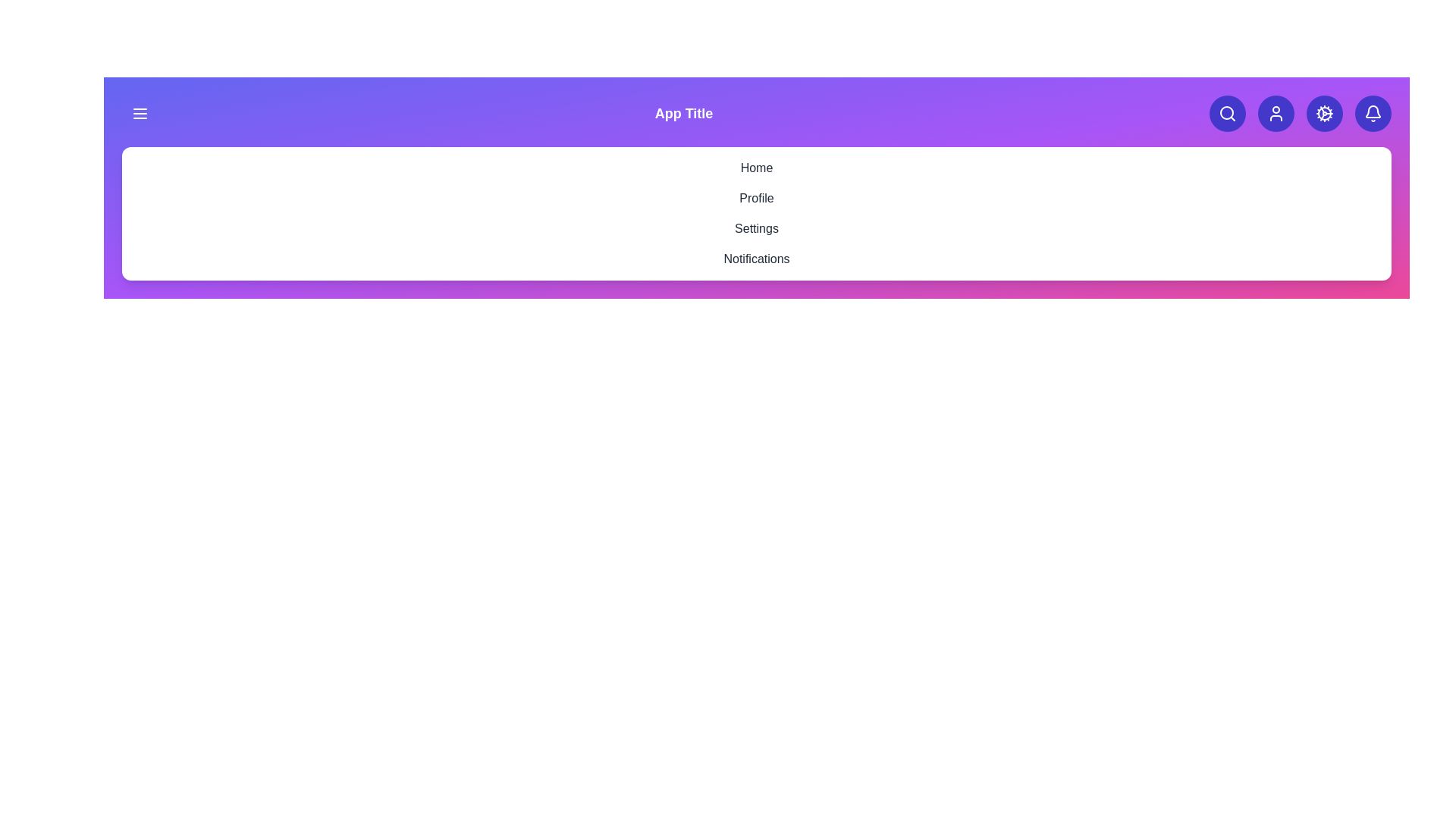  Describe the element at coordinates (1276, 113) in the screenshot. I see `the user icon to access the user profile options` at that location.